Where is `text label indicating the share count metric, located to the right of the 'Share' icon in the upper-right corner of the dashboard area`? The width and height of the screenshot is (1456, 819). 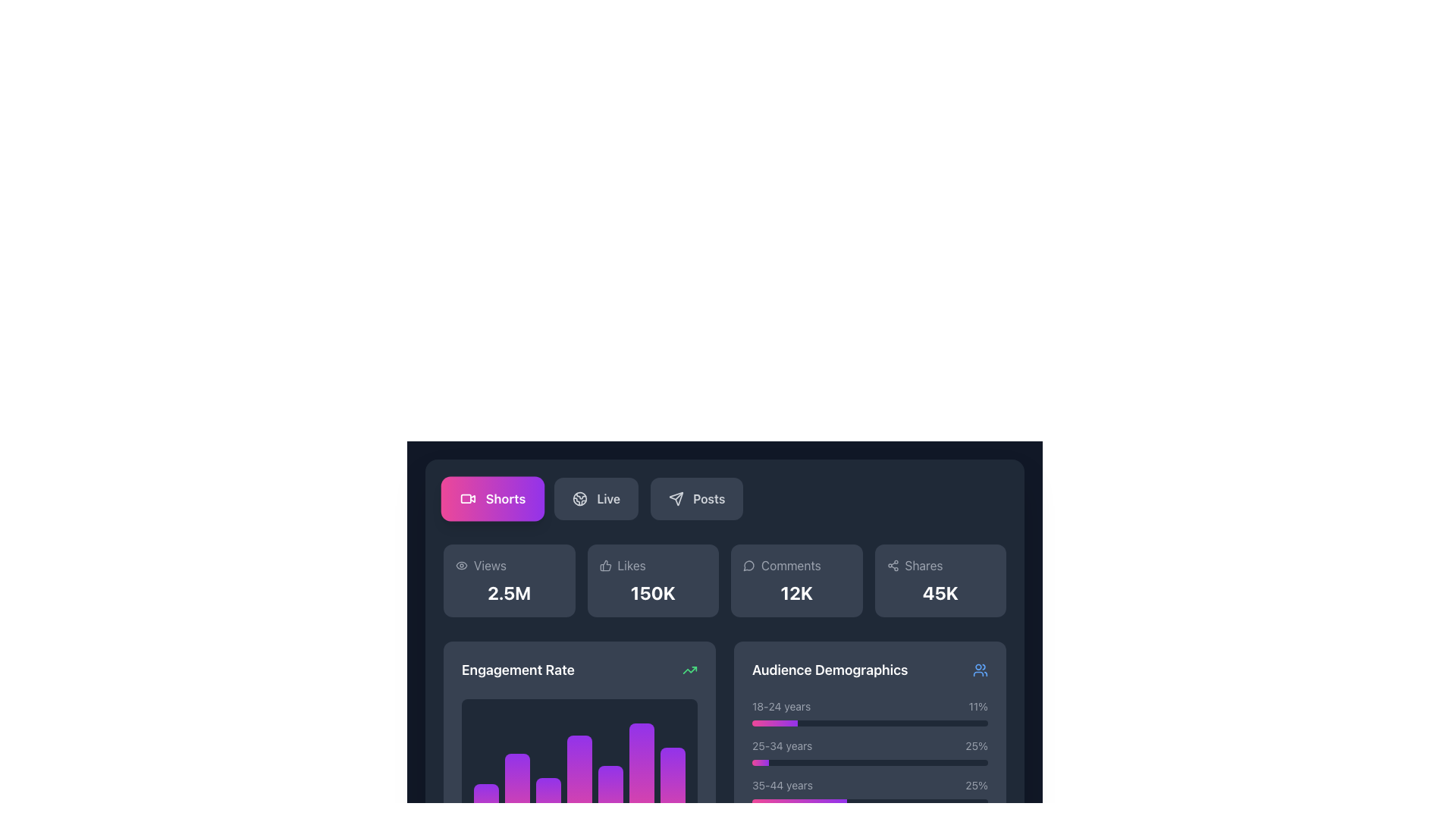
text label indicating the share count metric, located to the right of the 'Share' icon in the upper-right corner of the dashboard area is located at coordinates (923, 565).